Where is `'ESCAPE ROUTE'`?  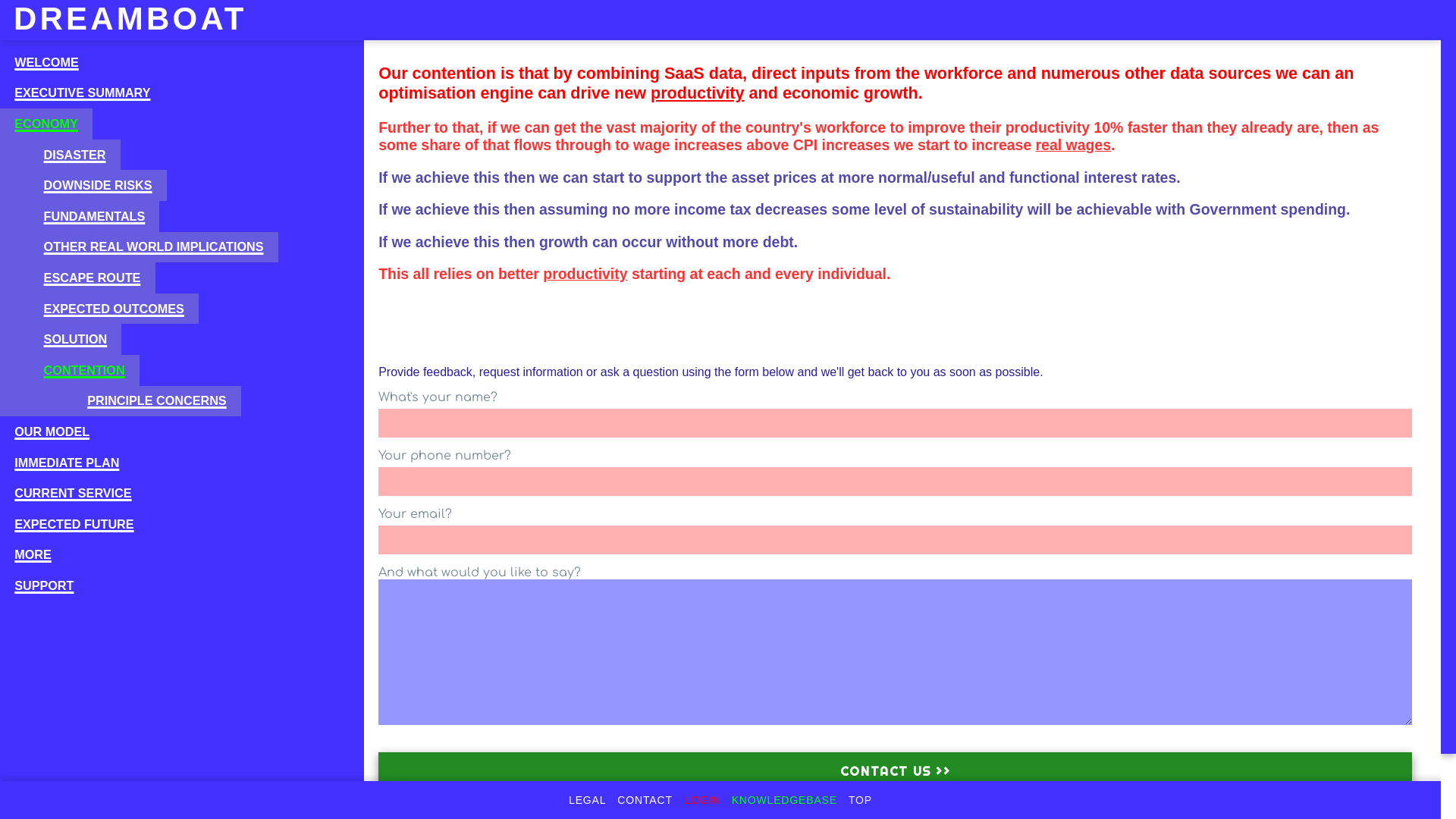
'ESCAPE ROUTE' is located at coordinates (77, 278).